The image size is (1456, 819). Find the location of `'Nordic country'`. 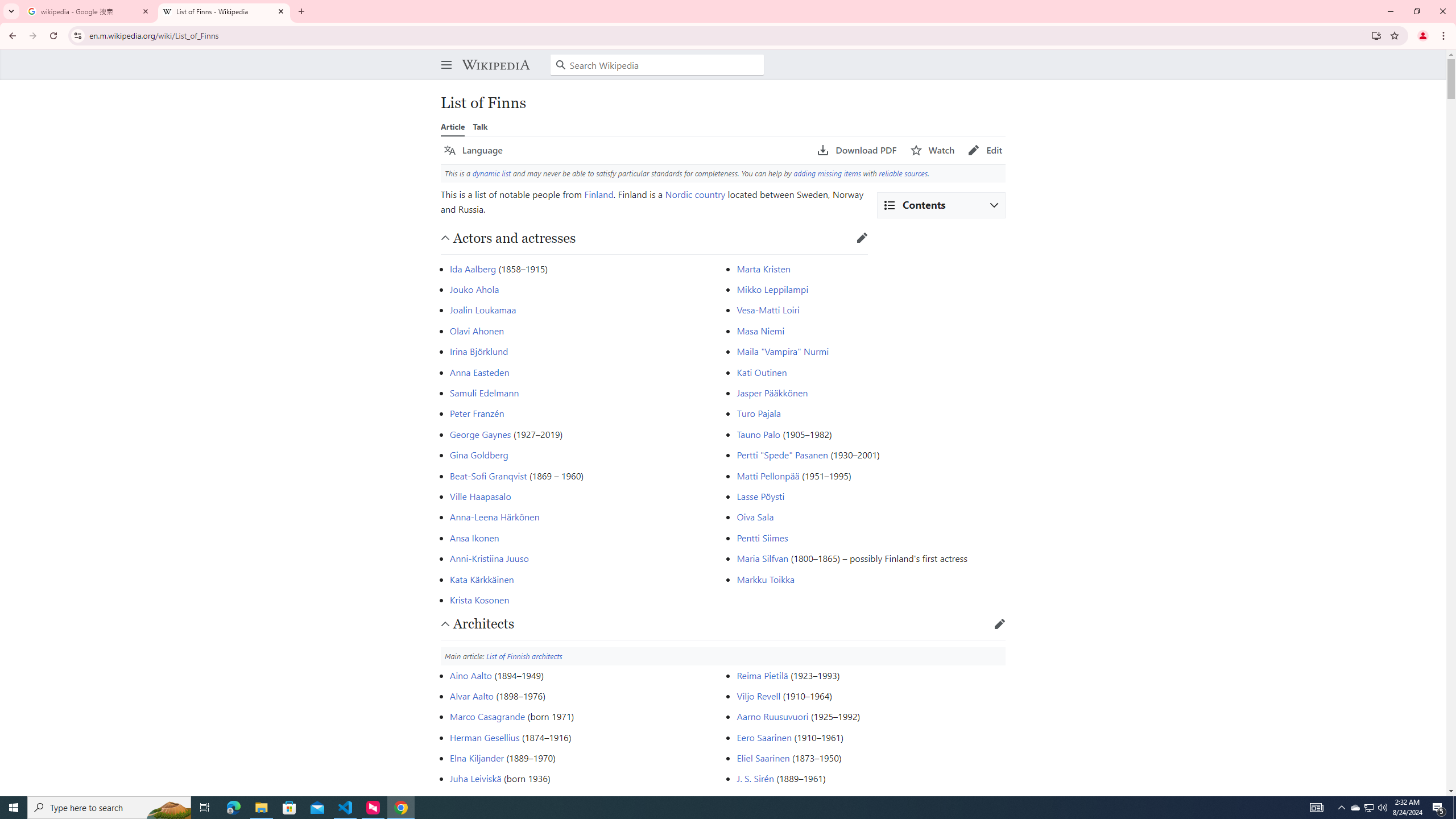

'Nordic country' is located at coordinates (695, 193).